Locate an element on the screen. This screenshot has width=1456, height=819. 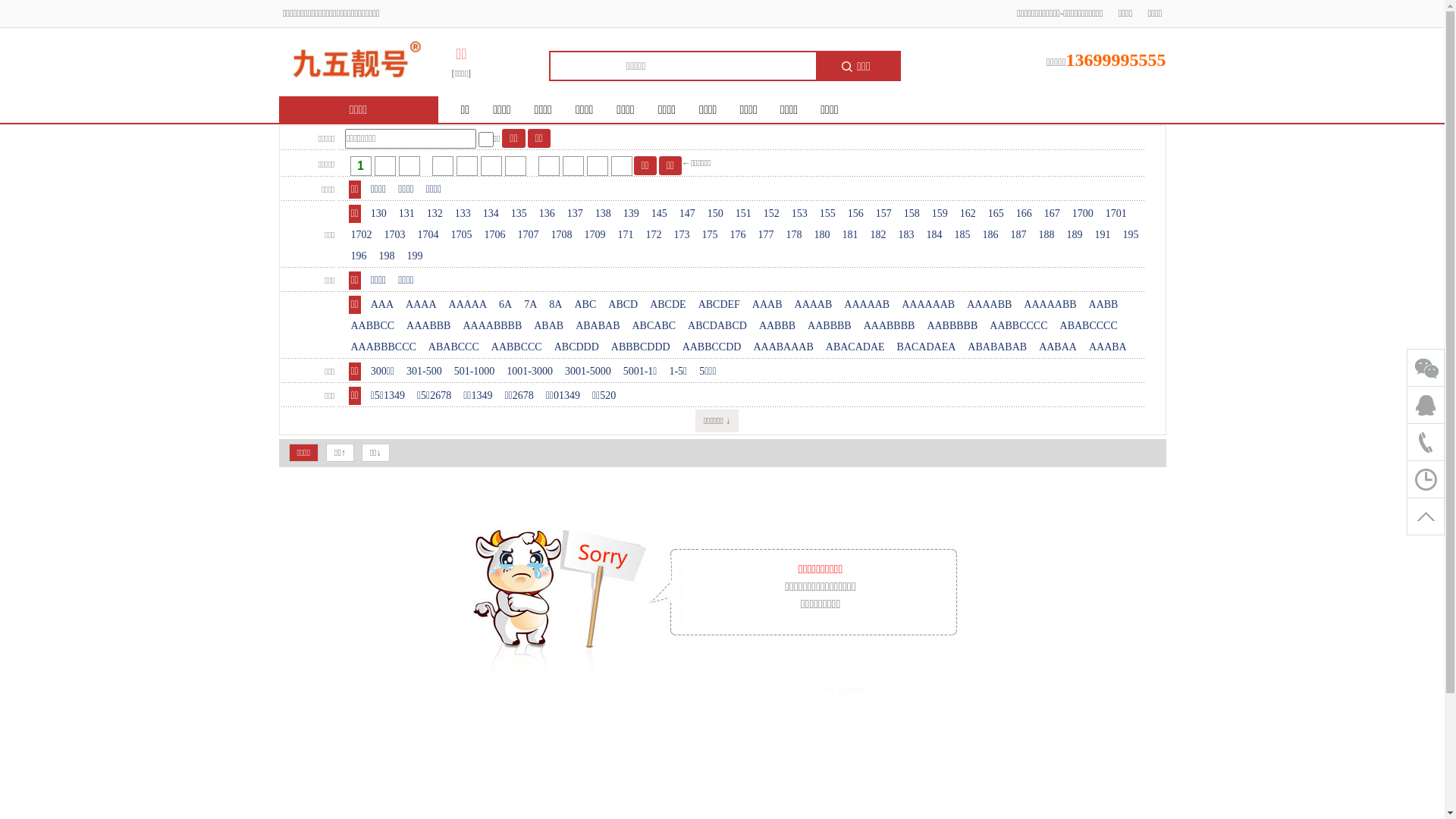
'180' is located at coordinates (821, 234).